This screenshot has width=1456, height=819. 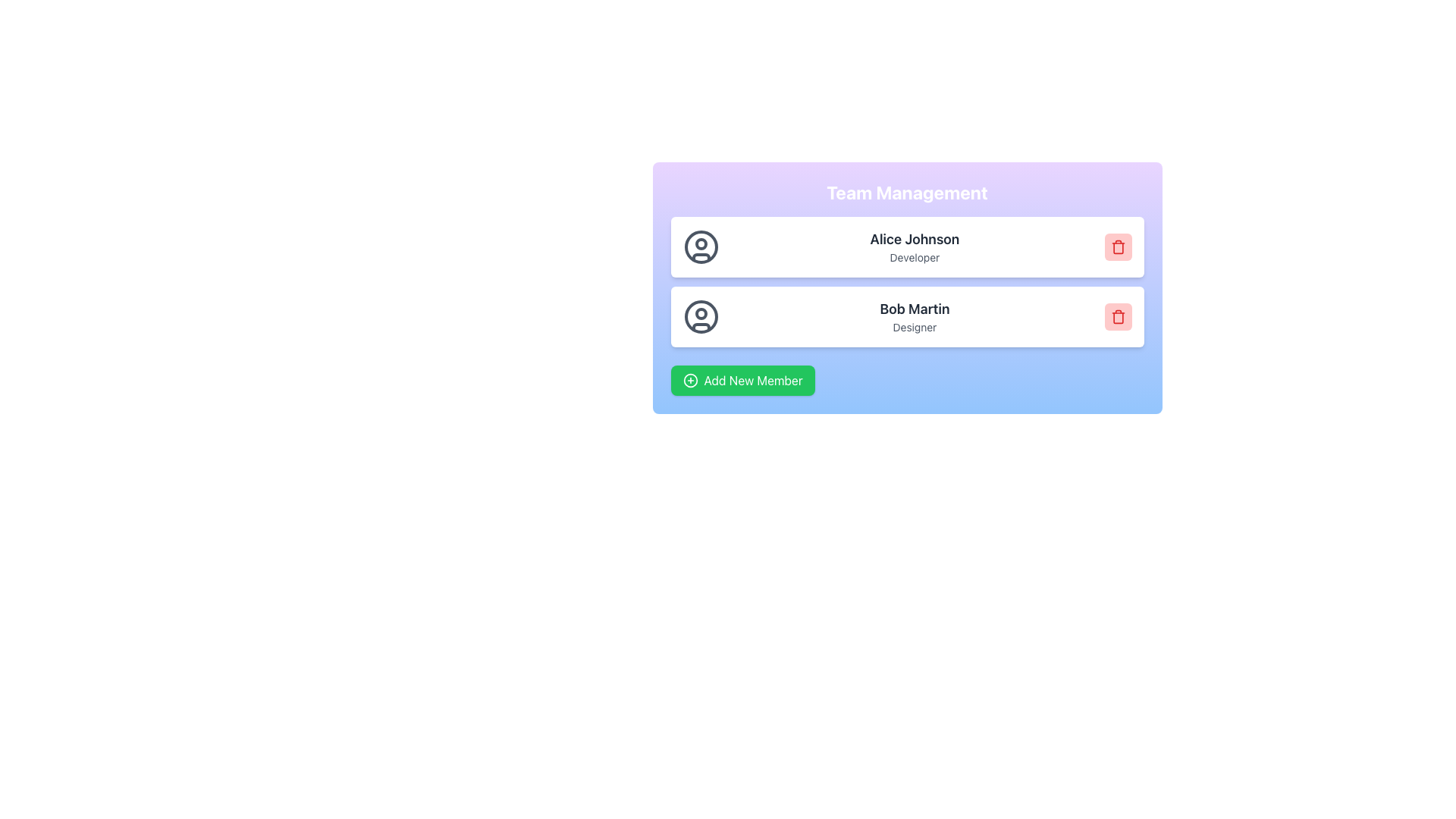 I want to click on the red trash bin icon button, so click(x=1118, y=315).